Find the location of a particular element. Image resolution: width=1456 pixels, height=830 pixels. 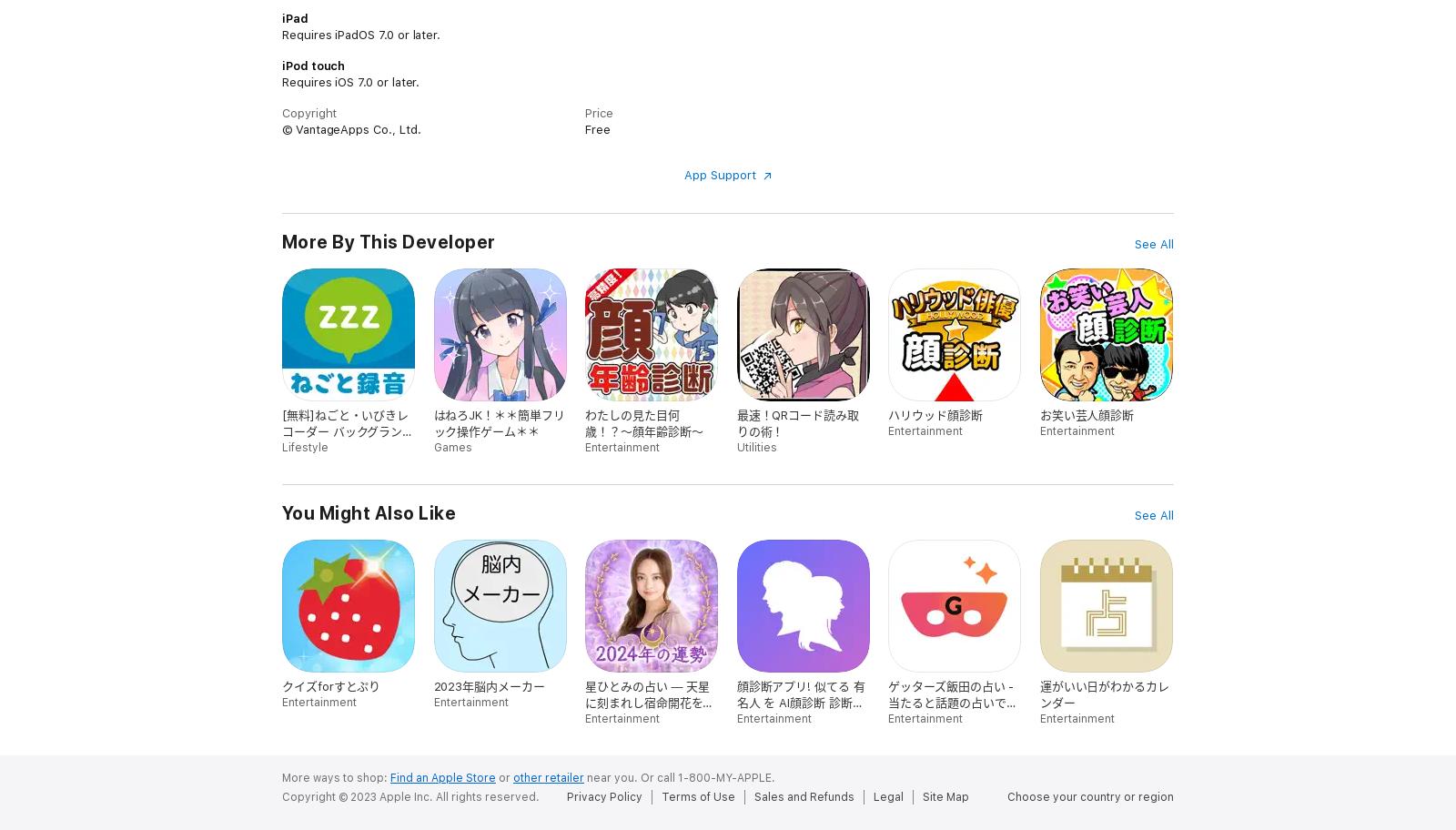

'More ways to shop:' is located at coordinates (336, 778).